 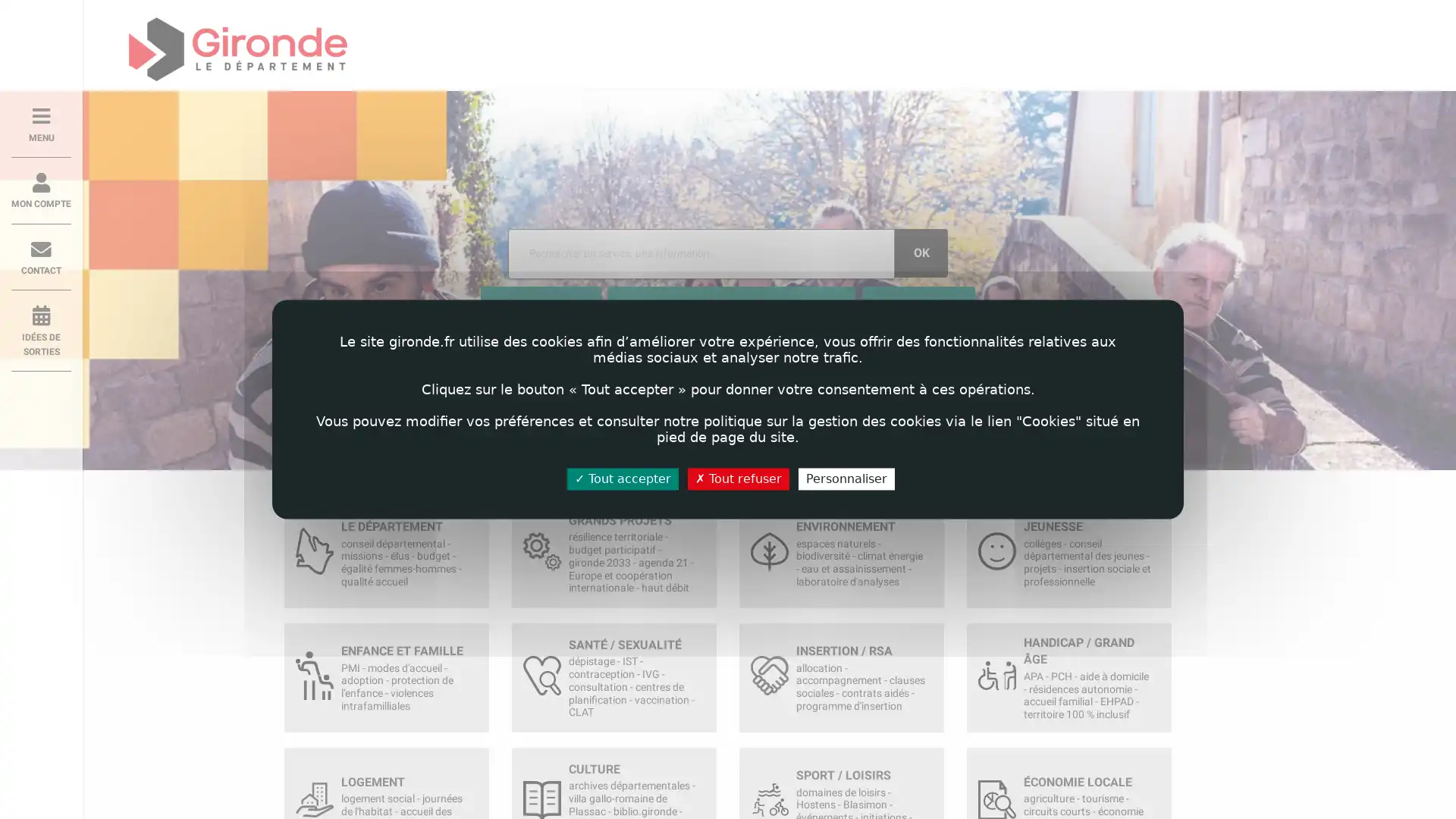 What do you see at coordinates (738, 479) in the screenshot?
I see `Tout refuser` at bounding box center [738, 479].